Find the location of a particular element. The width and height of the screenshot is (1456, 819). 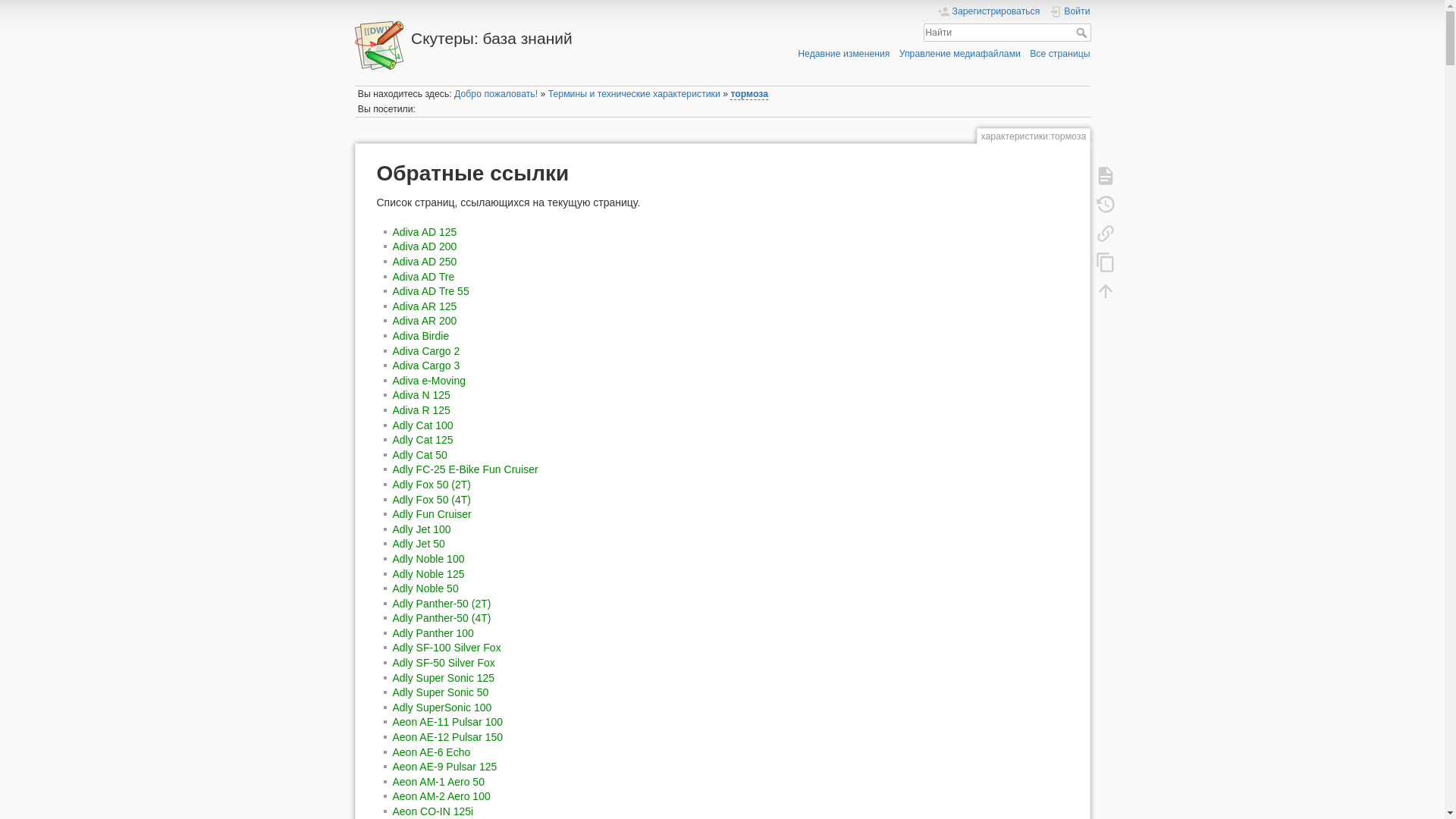

'Aeon AE-12 Pulsar 150' is located at coordinates (447, 736).